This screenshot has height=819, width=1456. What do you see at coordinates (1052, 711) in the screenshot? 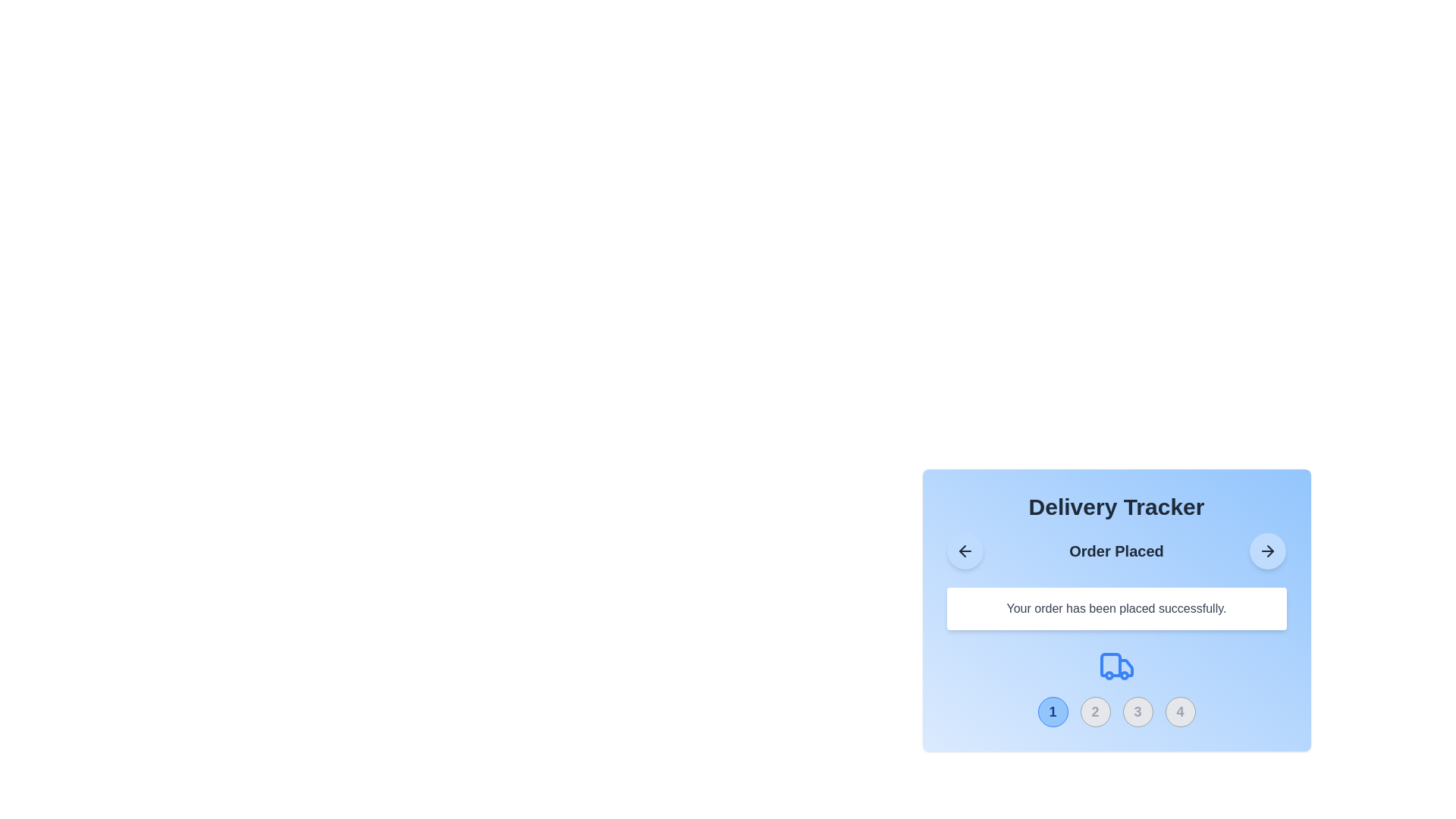
I see `the first circular button in a sequential group of four buttons located at the bottom center of the interface` at bounding box center [1052, 711].